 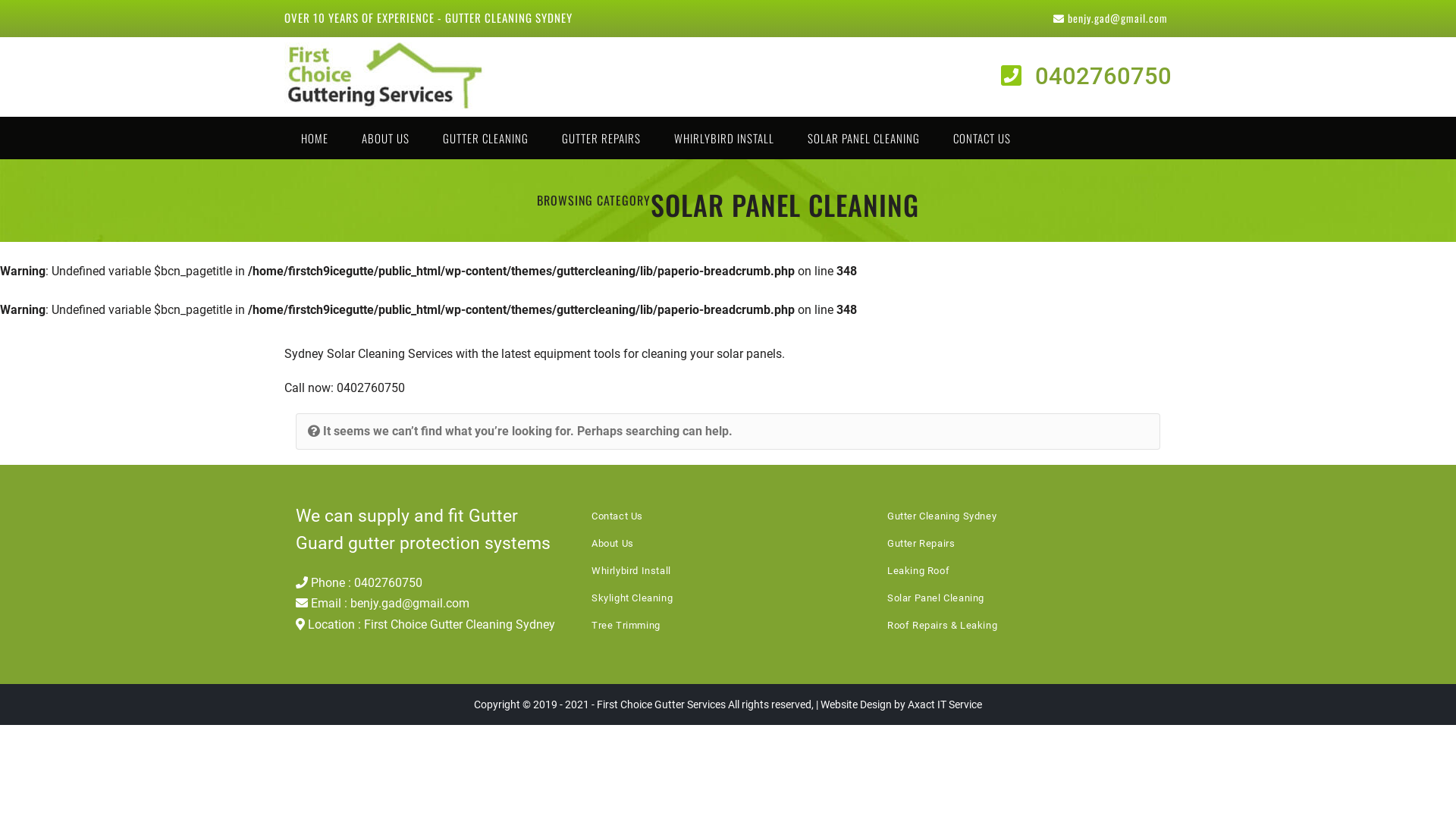 What do you see at coordinates (723, 137) in the screenshot?
I see `'WHIRLYBIRD INSTALL'` at bounding box center [723, 137].